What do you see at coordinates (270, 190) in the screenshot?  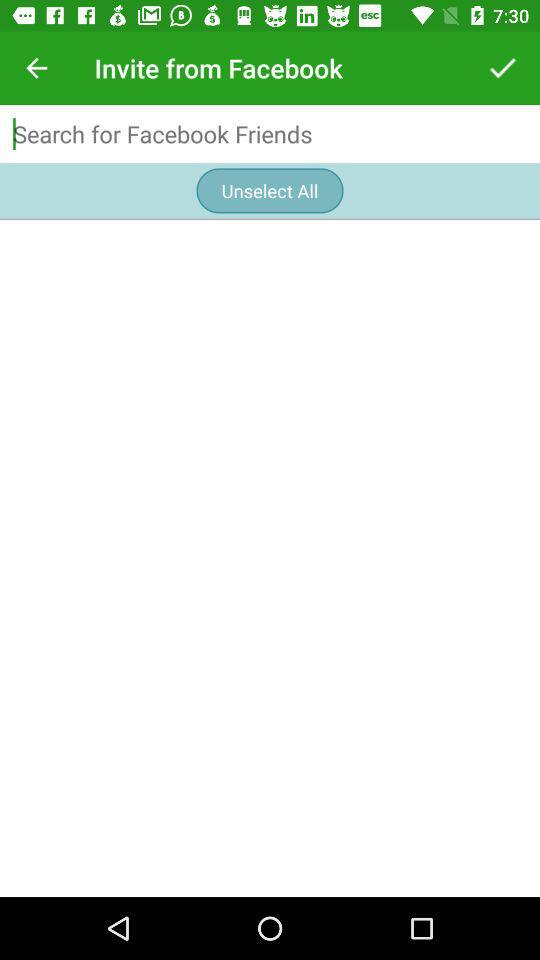 I see `unselect all` at bounding box center [270, 190].